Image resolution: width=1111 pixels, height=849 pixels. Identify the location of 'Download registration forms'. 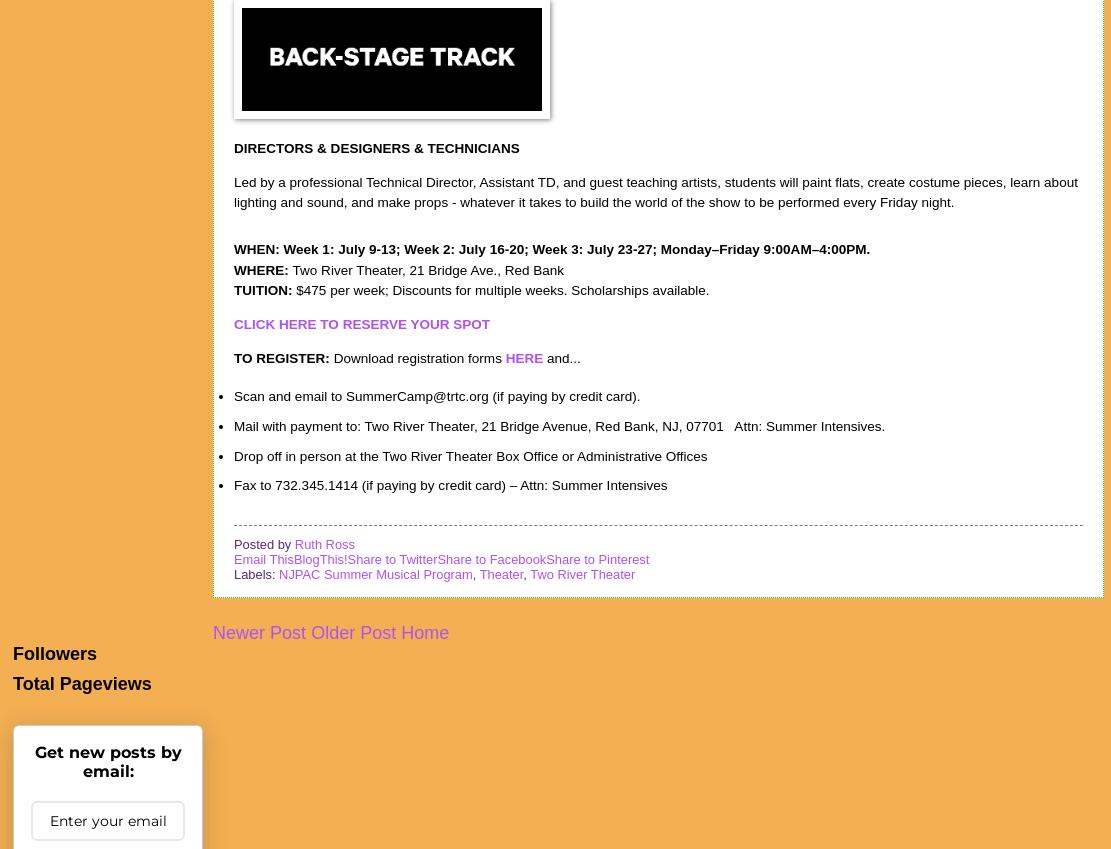
(418, 357).